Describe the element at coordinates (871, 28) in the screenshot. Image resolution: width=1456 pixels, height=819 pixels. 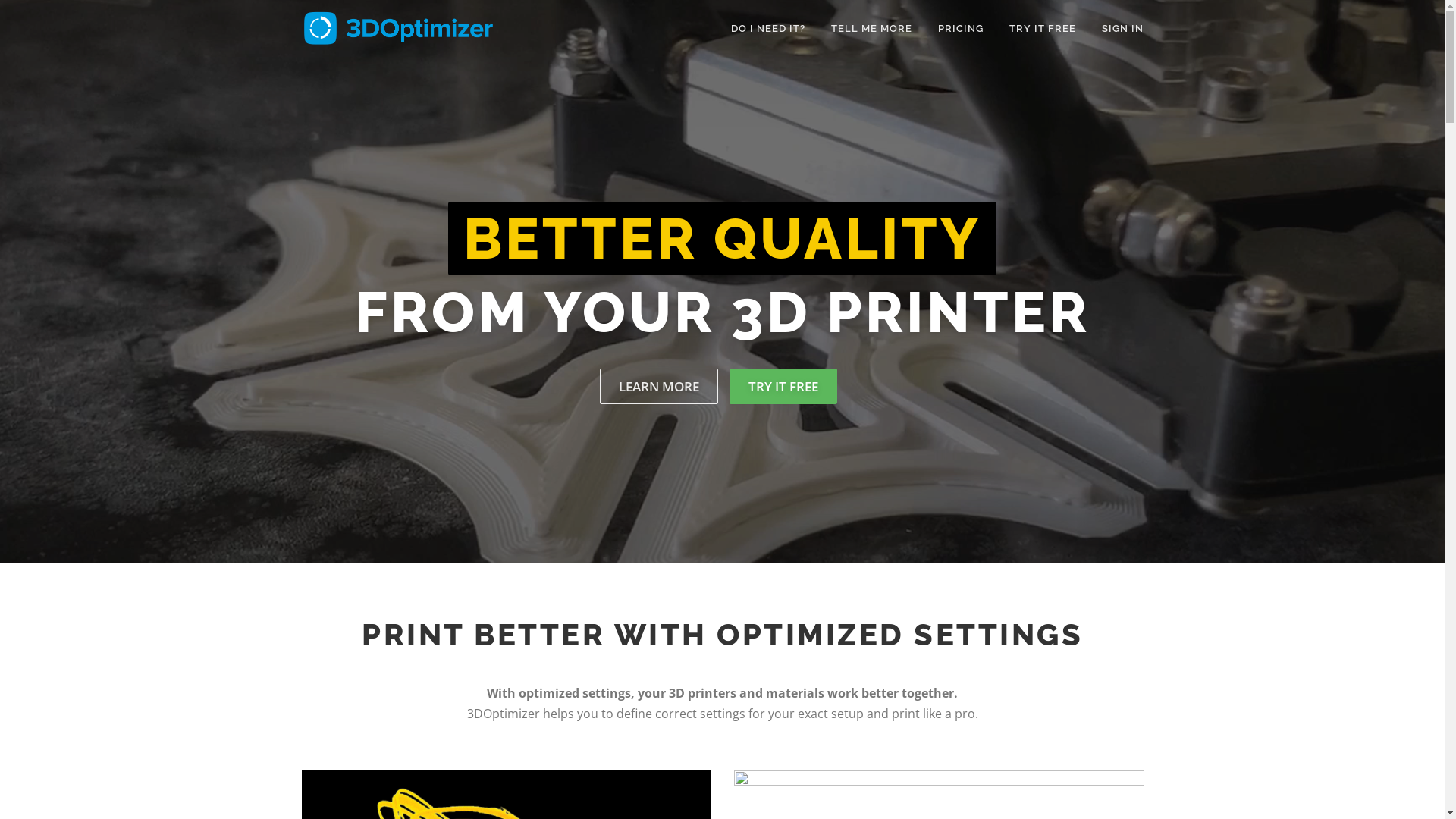
I see `'TELL ME MORE'` at that location.